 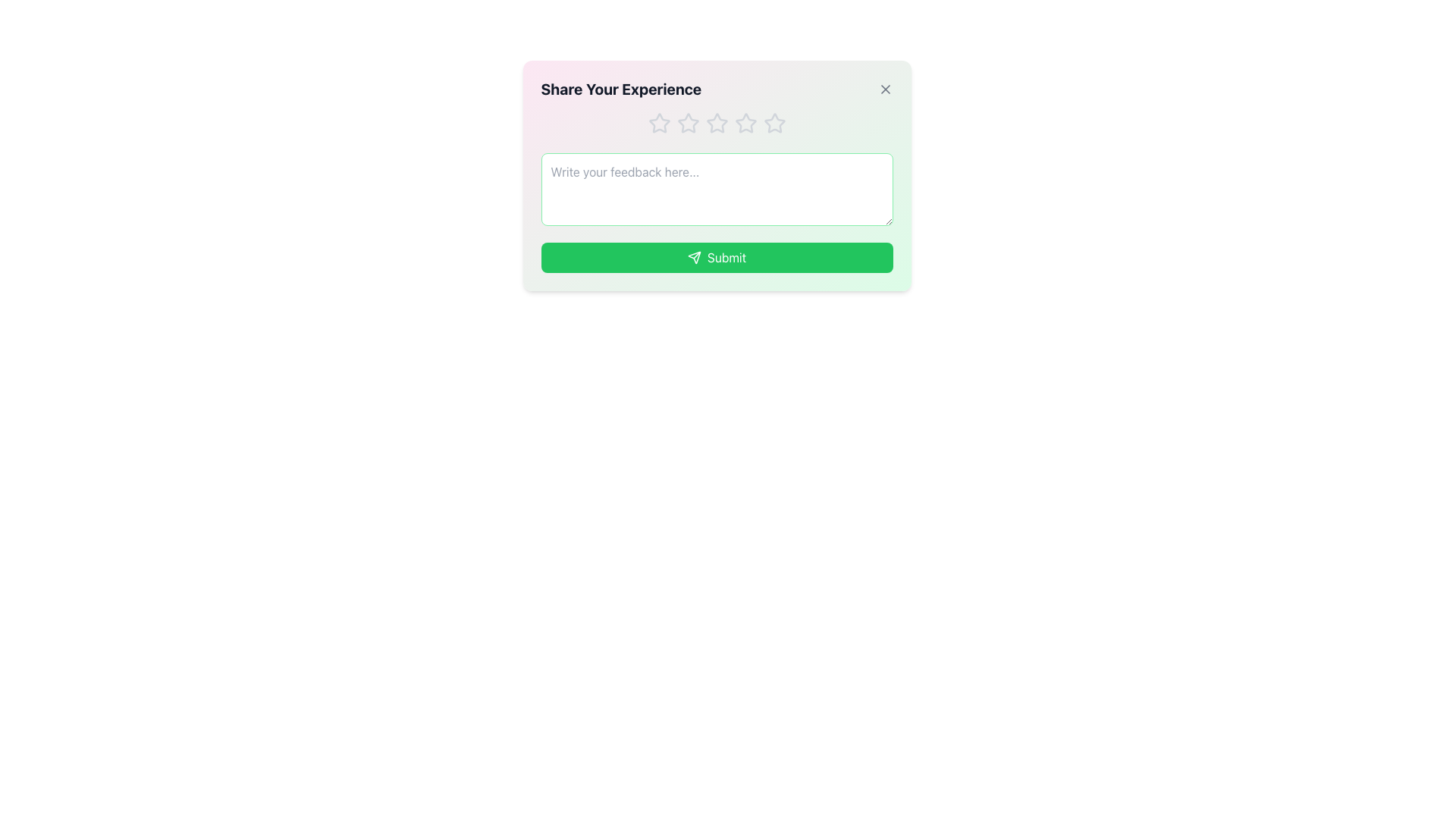 What do you see at coordinates (716, 256) in the screenshot?
I see `the 'Submit' button, which is a green rectangular button with rounded corners and white text, located at the bottom of the feedback form interface` at bounding box center [716, 256].